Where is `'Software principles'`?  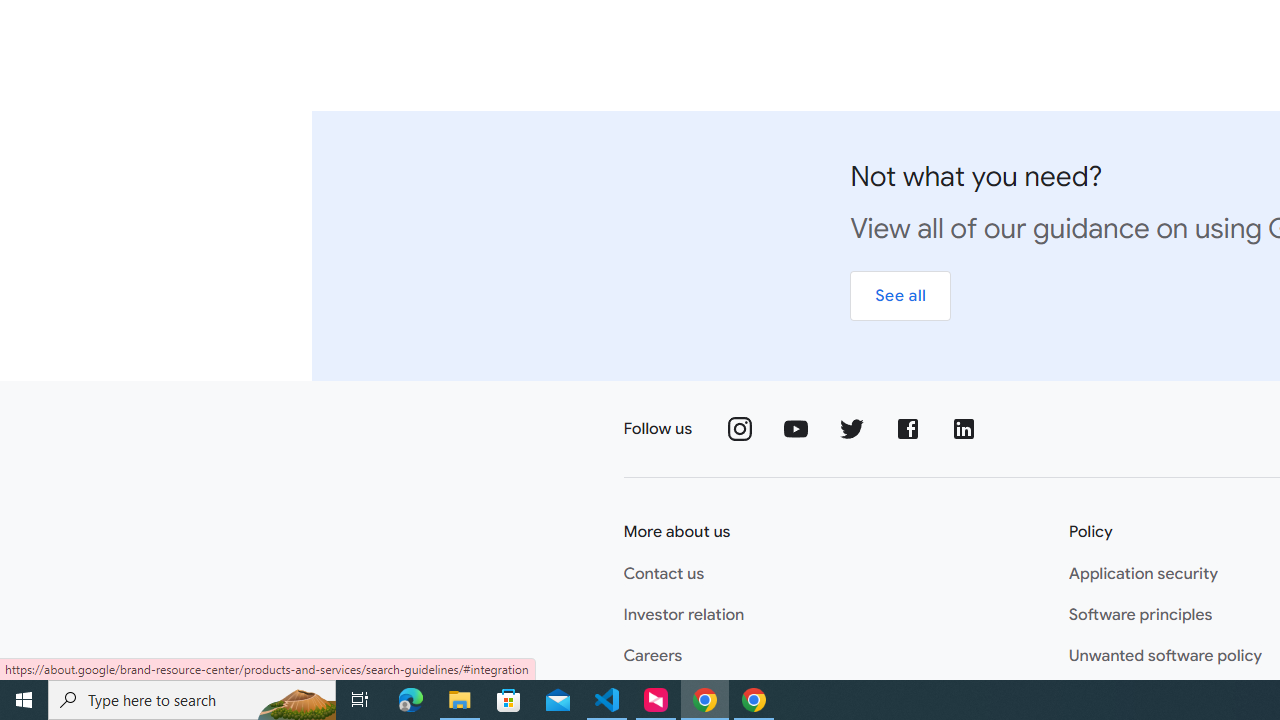
'Software principles' is located at coordinates (1140, 614).